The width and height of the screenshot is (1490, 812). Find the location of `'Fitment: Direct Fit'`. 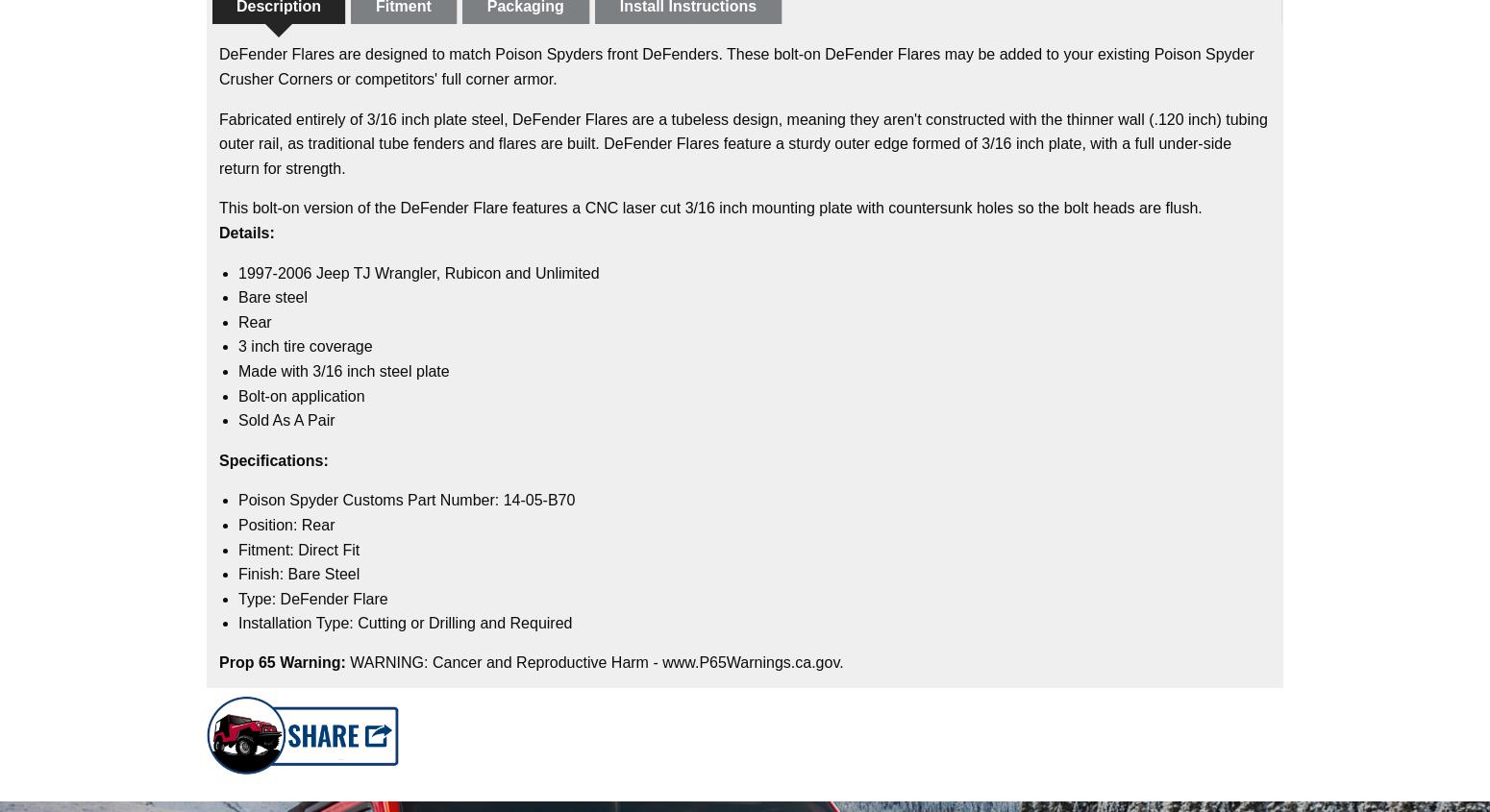

'Fitment: Direct Fit' is located at coordinates (298, 548).